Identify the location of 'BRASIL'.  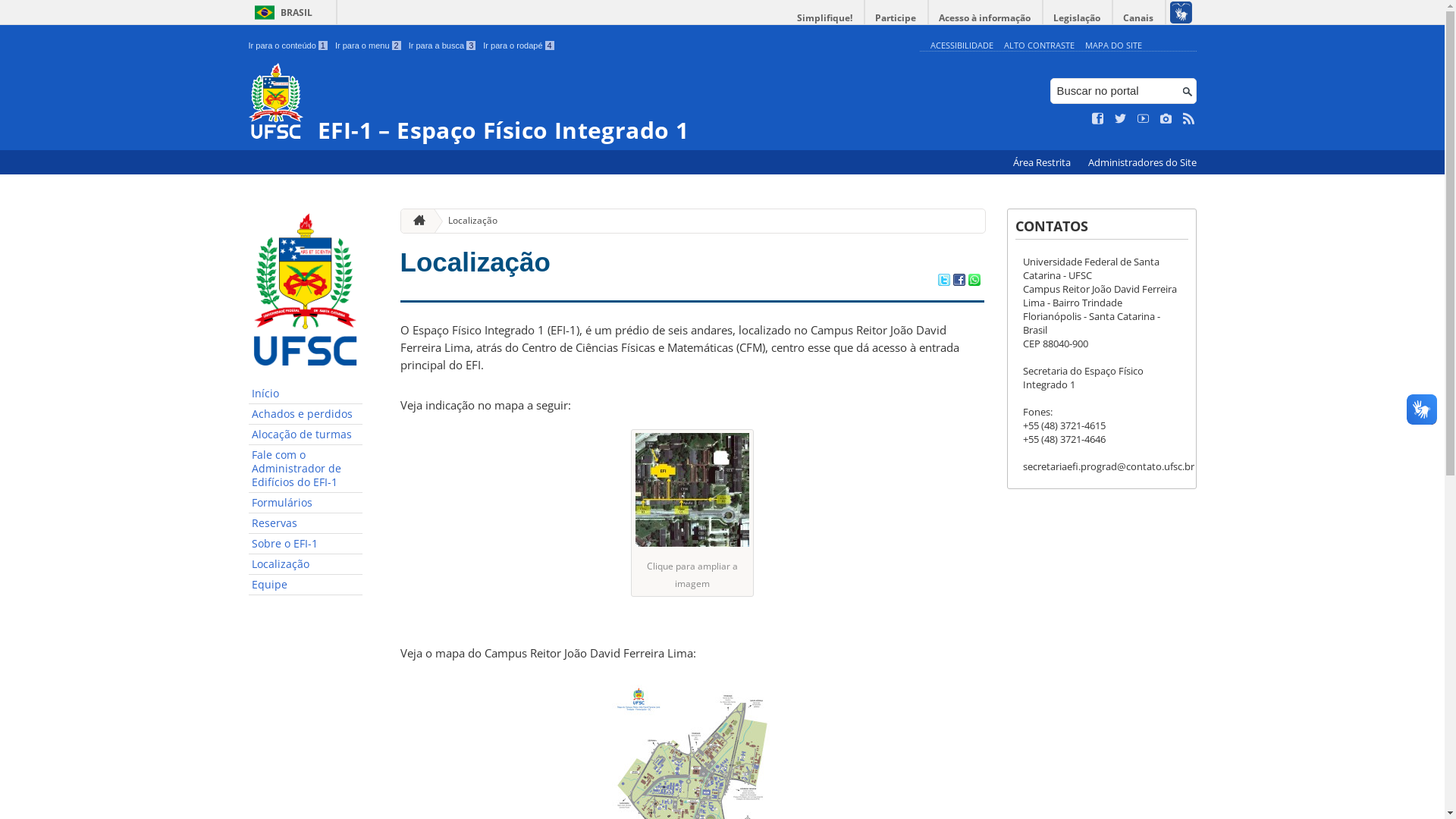
(281, 12).